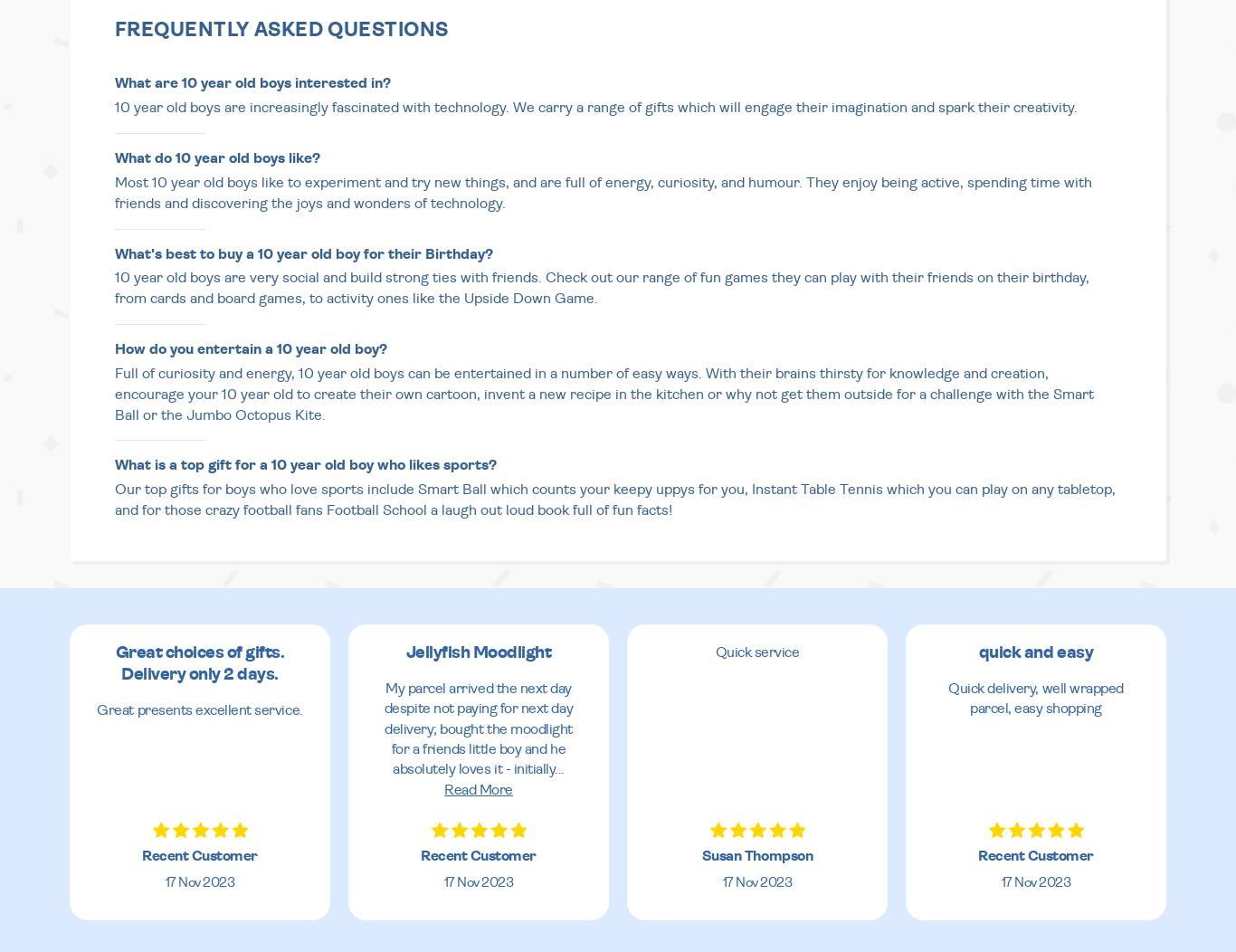 This screenshot has height=952, width=1236. I want to click on 'Read More', so click(443, 788).